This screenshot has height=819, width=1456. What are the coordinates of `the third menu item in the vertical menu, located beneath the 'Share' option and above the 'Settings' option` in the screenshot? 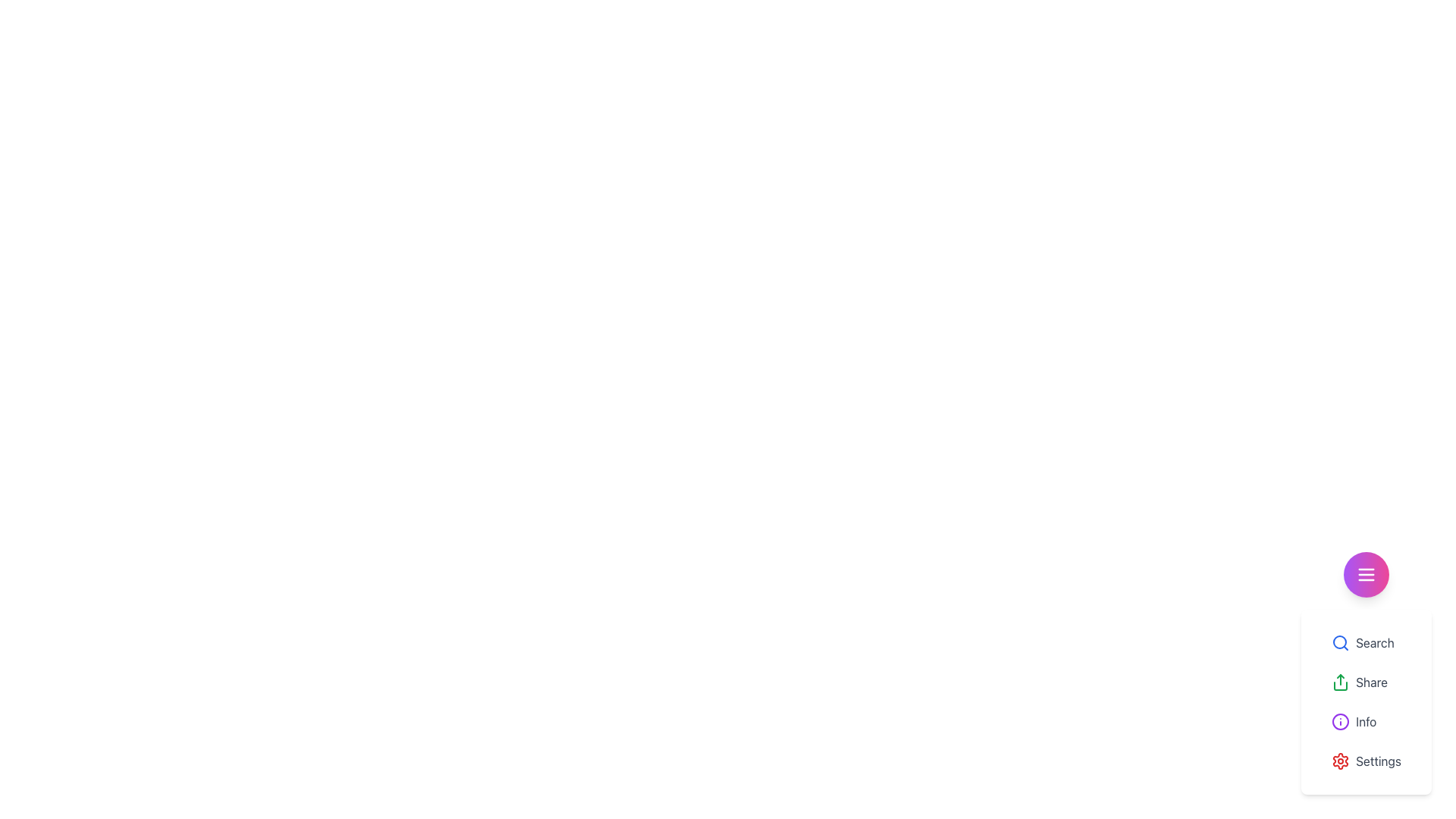 It's located at (1367, 721).